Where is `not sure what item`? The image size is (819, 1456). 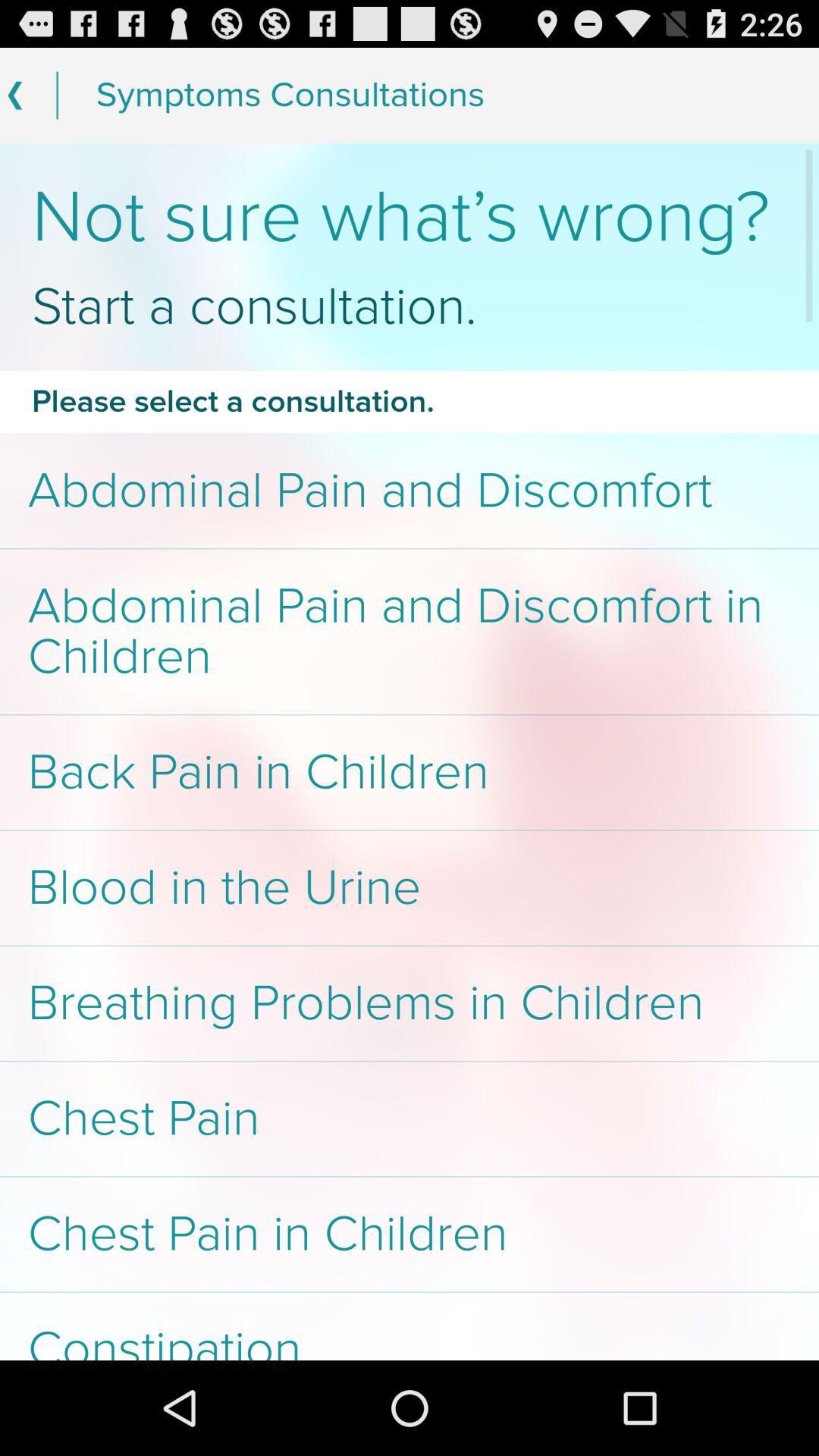 not sure what item is located at coordinates (409, 217).